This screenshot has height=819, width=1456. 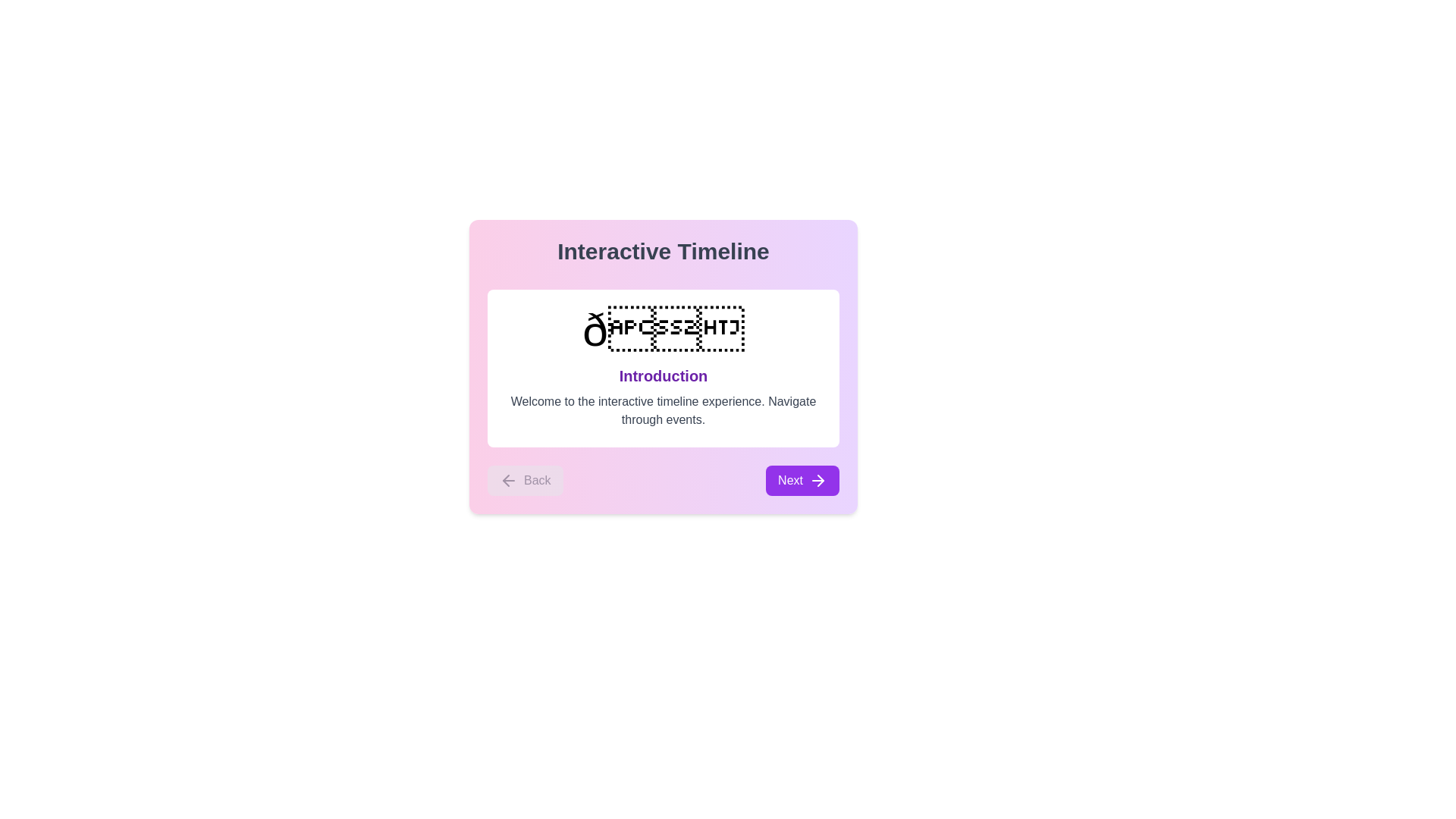 I want to click on the rightward-pointing arrow vector graphic within the Next button, so click(x=820, y=480).